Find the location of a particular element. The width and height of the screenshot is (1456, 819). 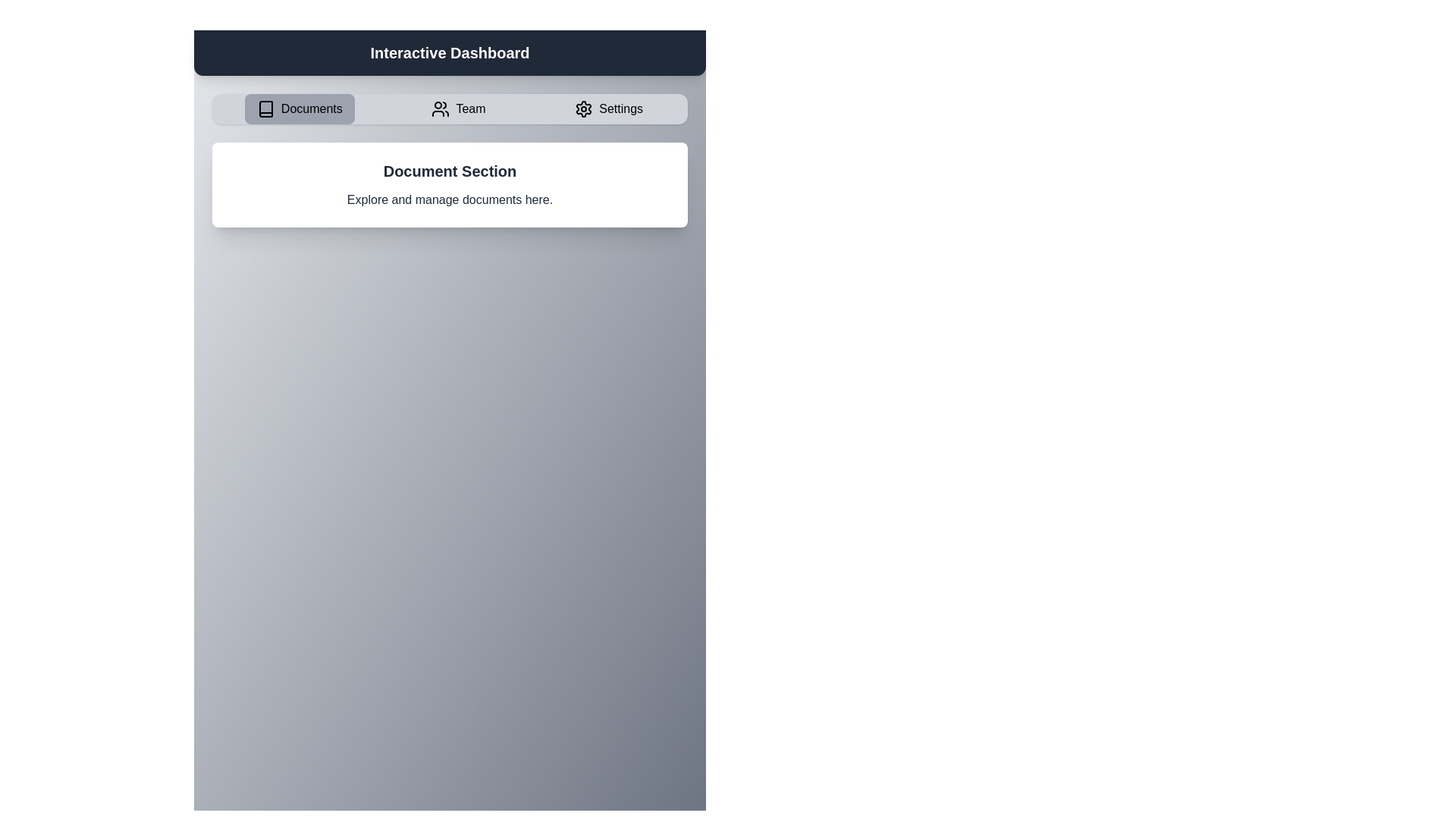

the gear-like icon located at the rightmost side of the header bar is located at coordinates (583, 108).